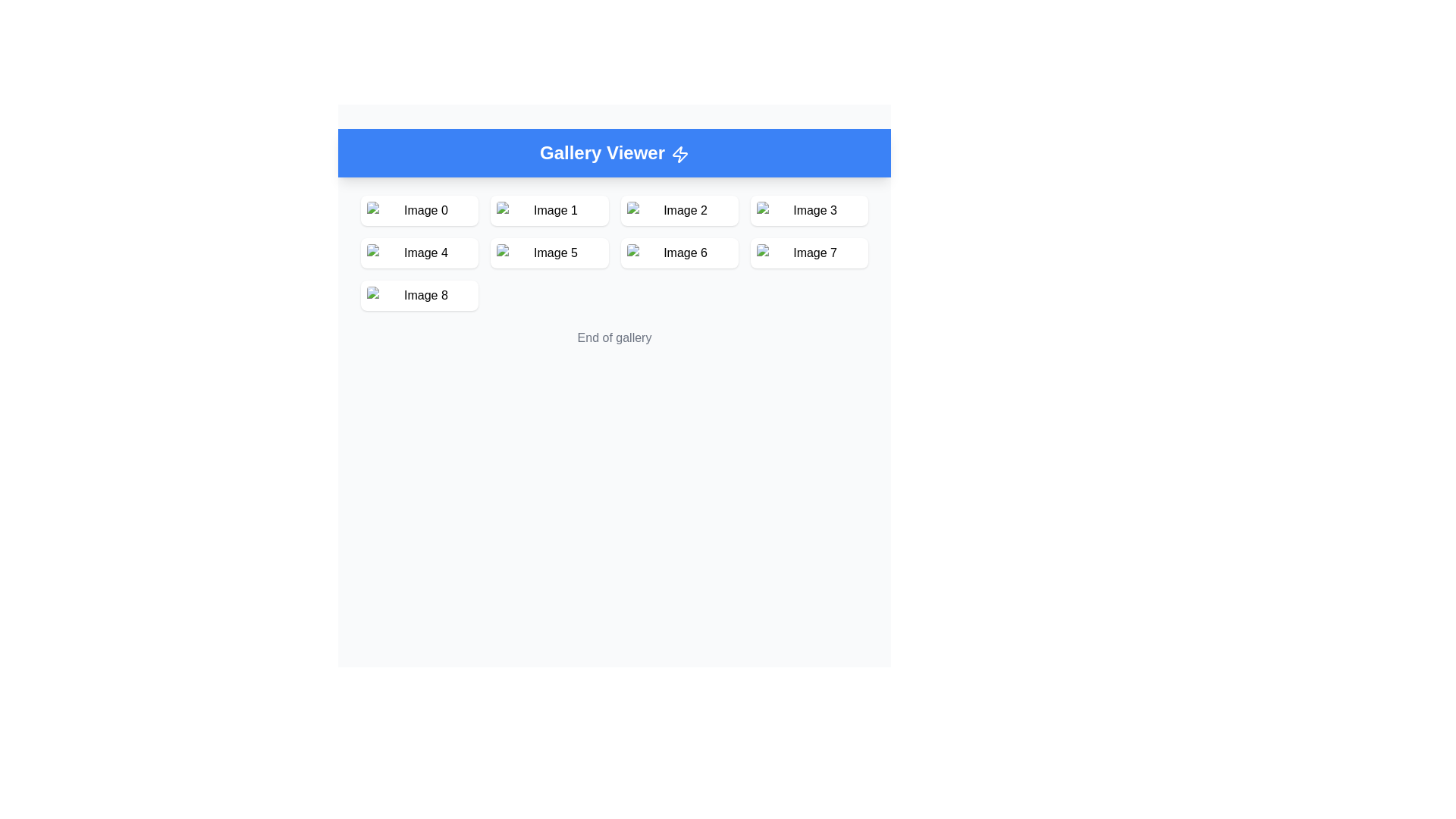 Image resolution: width=1456 pixels, height=819 pixels. I want to click on the image placeholder located in the second row and second column of the grid layout, which has a white background and rounded corners, so click(548, 253).